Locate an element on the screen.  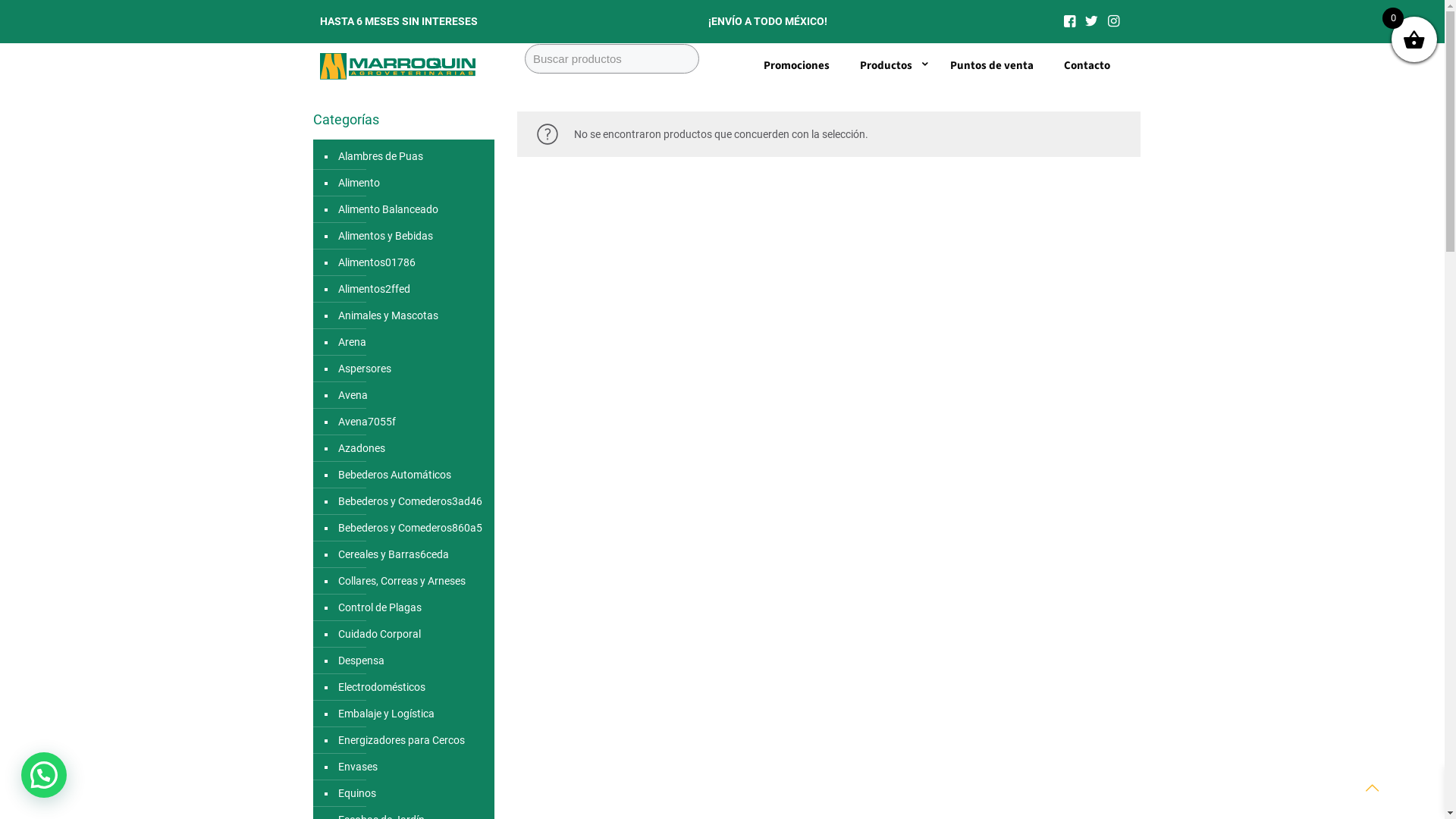
'Despensa' is located at coordinates (334, 660).